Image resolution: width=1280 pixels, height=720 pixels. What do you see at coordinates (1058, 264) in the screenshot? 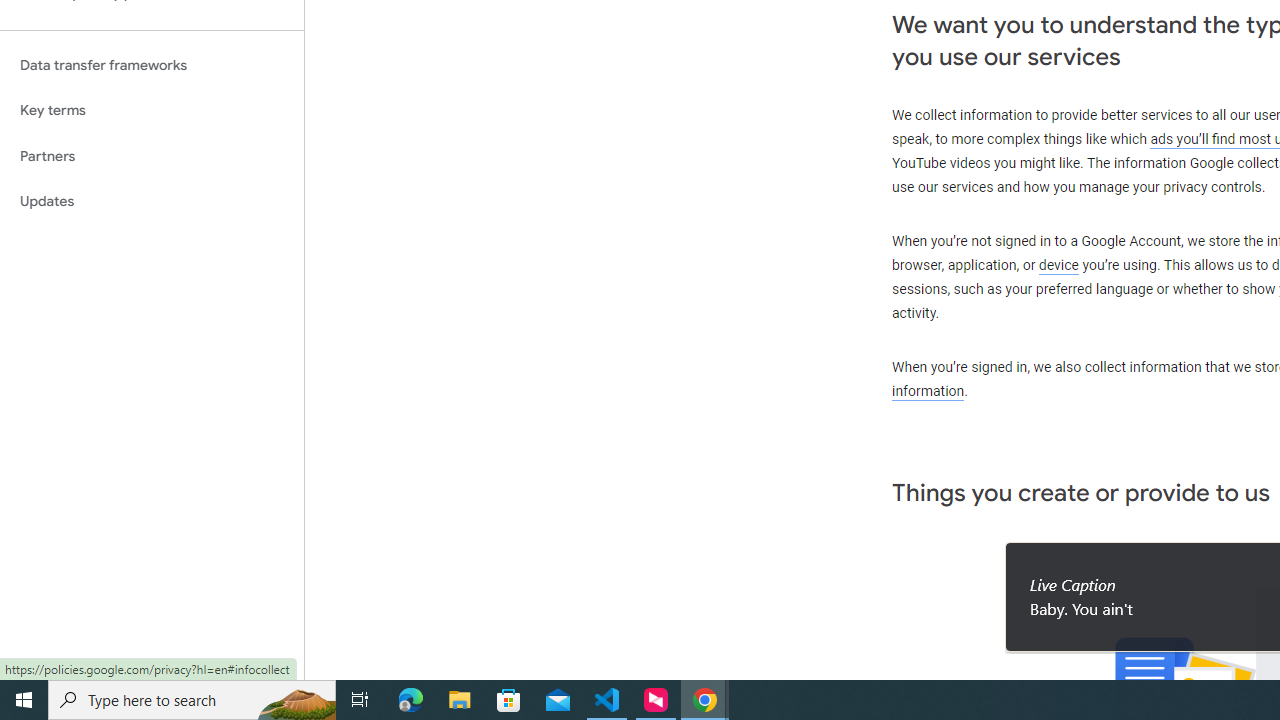
I see `'device'` at bounding box center [1058, 264].